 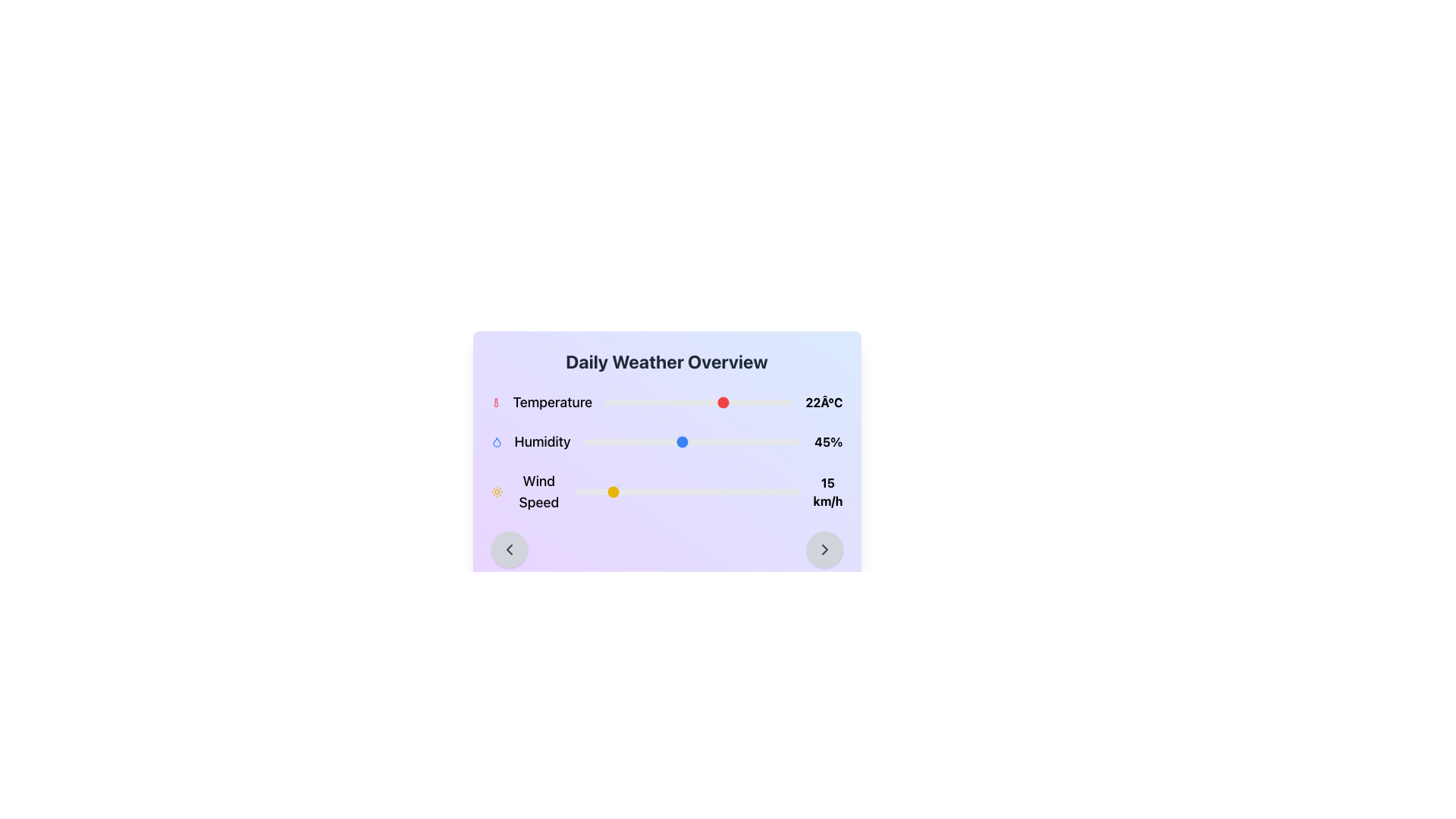 What do you see at coordinates (731, 491) in the screenshot?
I see `the wind speed` at bounding box center [731, 491].